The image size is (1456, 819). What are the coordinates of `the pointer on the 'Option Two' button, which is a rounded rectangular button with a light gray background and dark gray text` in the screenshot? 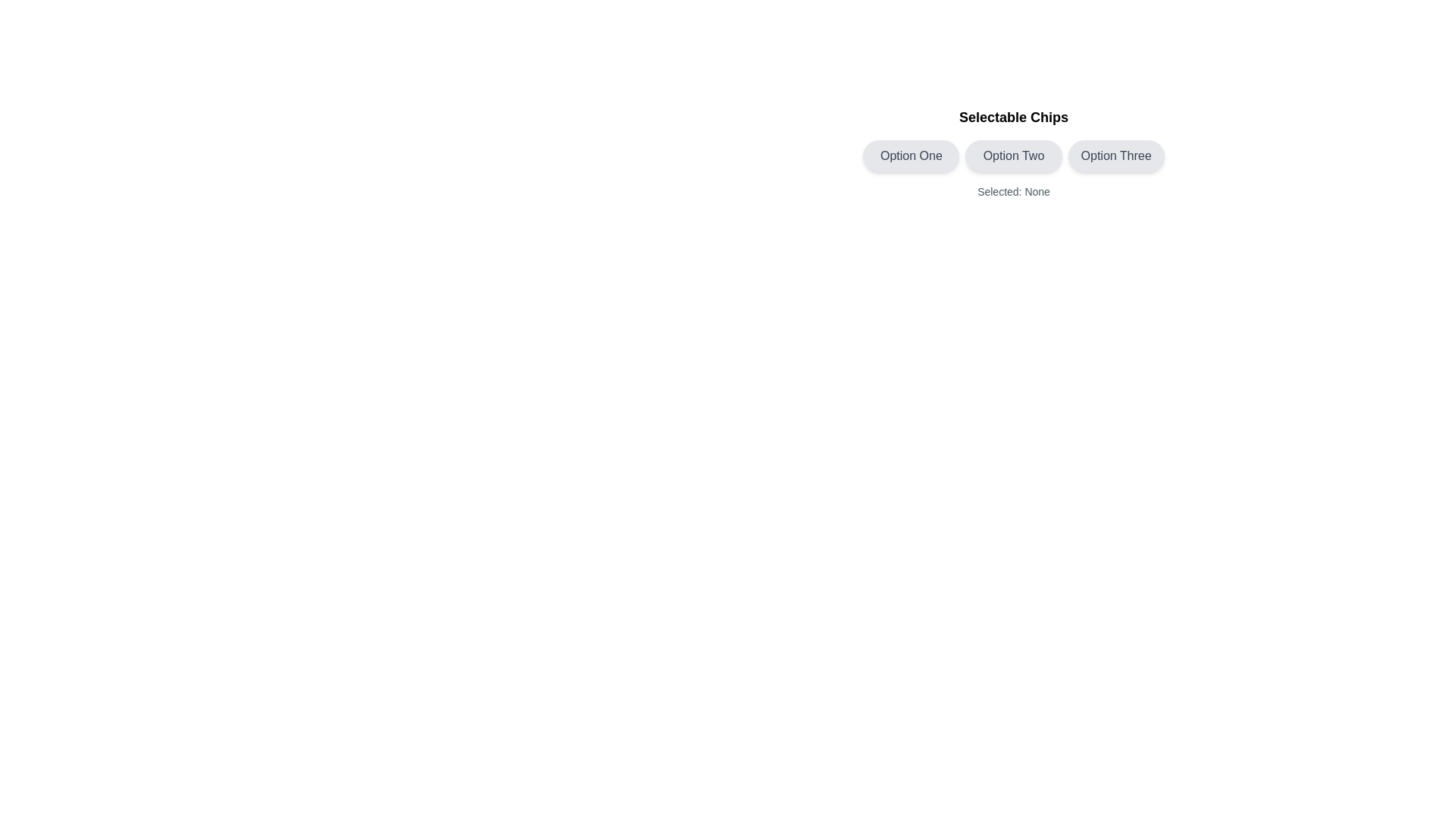 It's located at (1014, 155).